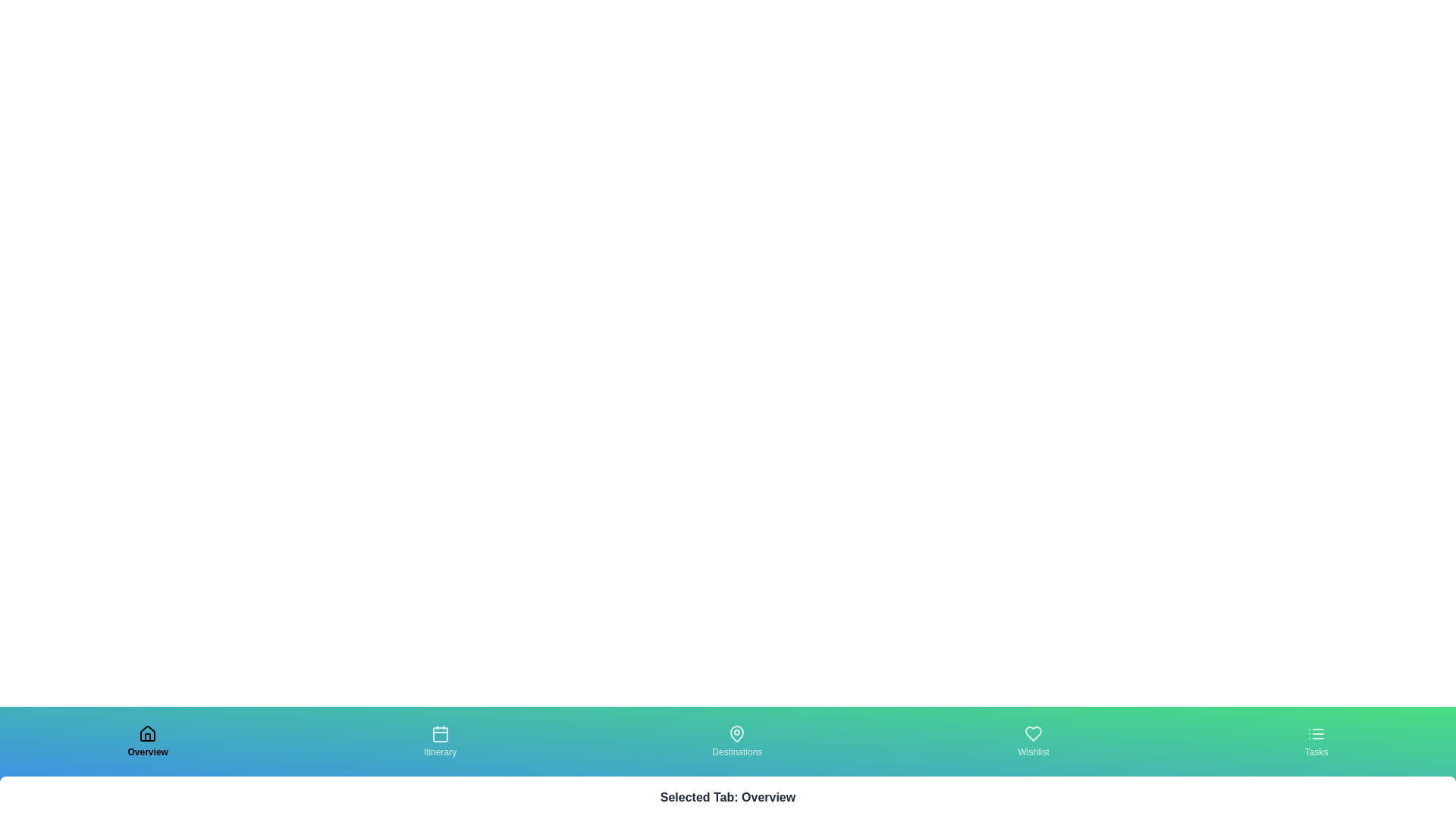  Describe the element at coordinates (148, 741) in the screenshot. I see `the tab labeled Overview` at that location.